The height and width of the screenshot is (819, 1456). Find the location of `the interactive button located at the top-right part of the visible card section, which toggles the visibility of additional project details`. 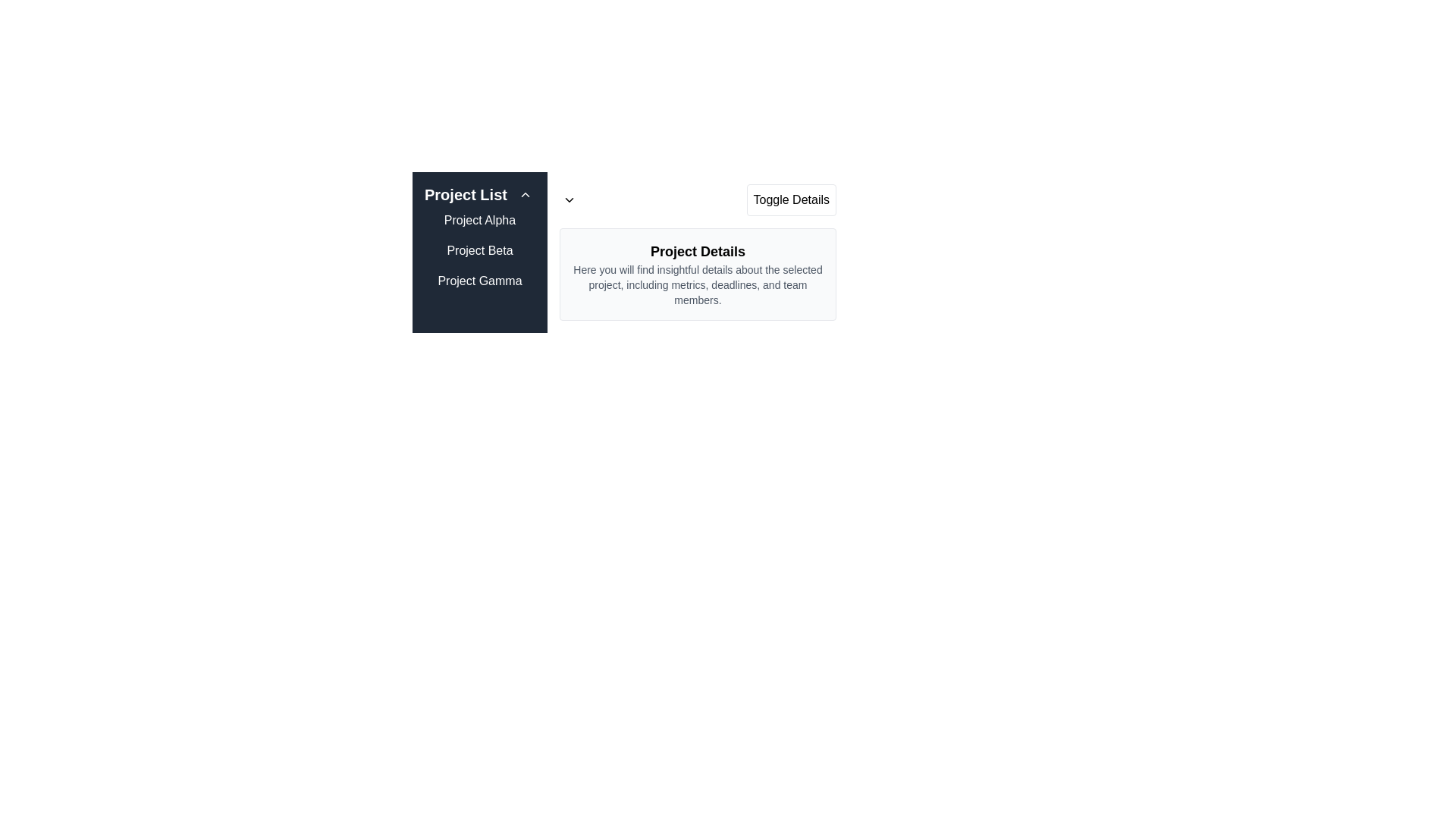

the interactive button located at the top-right part of the visible card section, which toggles the visibility of additional project details is located at coordinates (697, 206).